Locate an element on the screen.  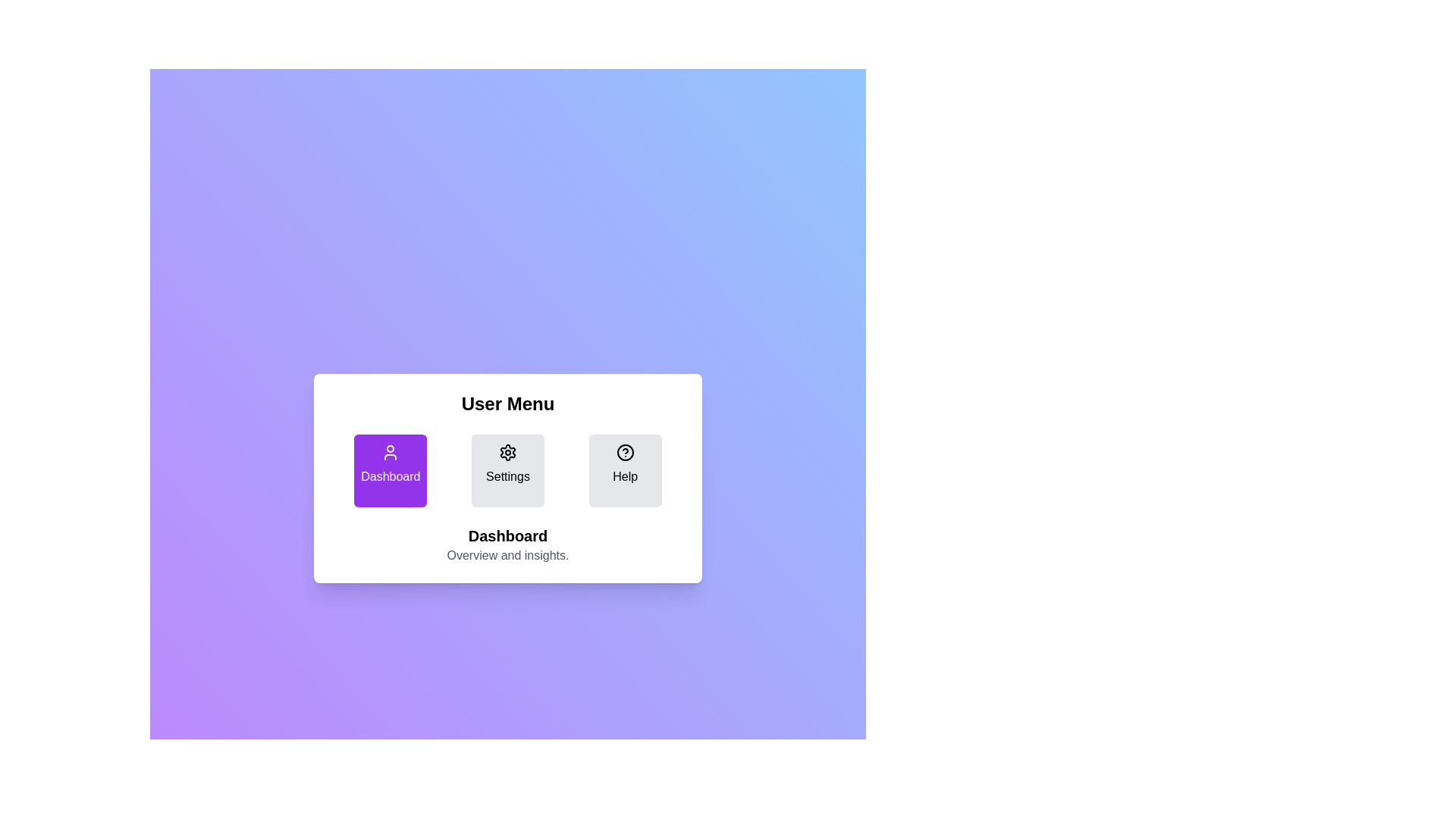
the Settings button to activate the corresponding section is located at coordinates (507, 470).